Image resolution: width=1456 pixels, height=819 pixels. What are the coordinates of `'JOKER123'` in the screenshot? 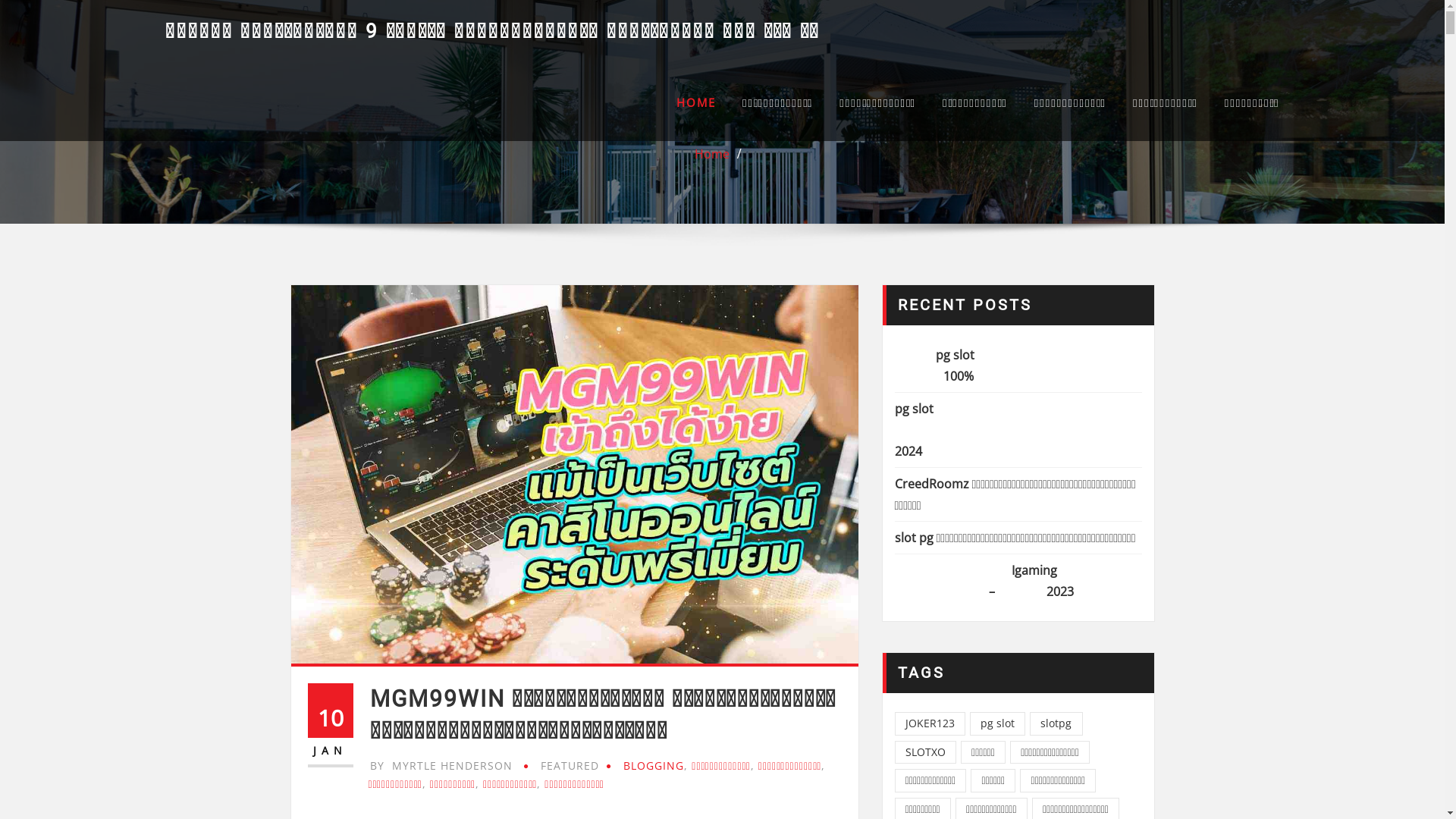 It's located at (929, 723).